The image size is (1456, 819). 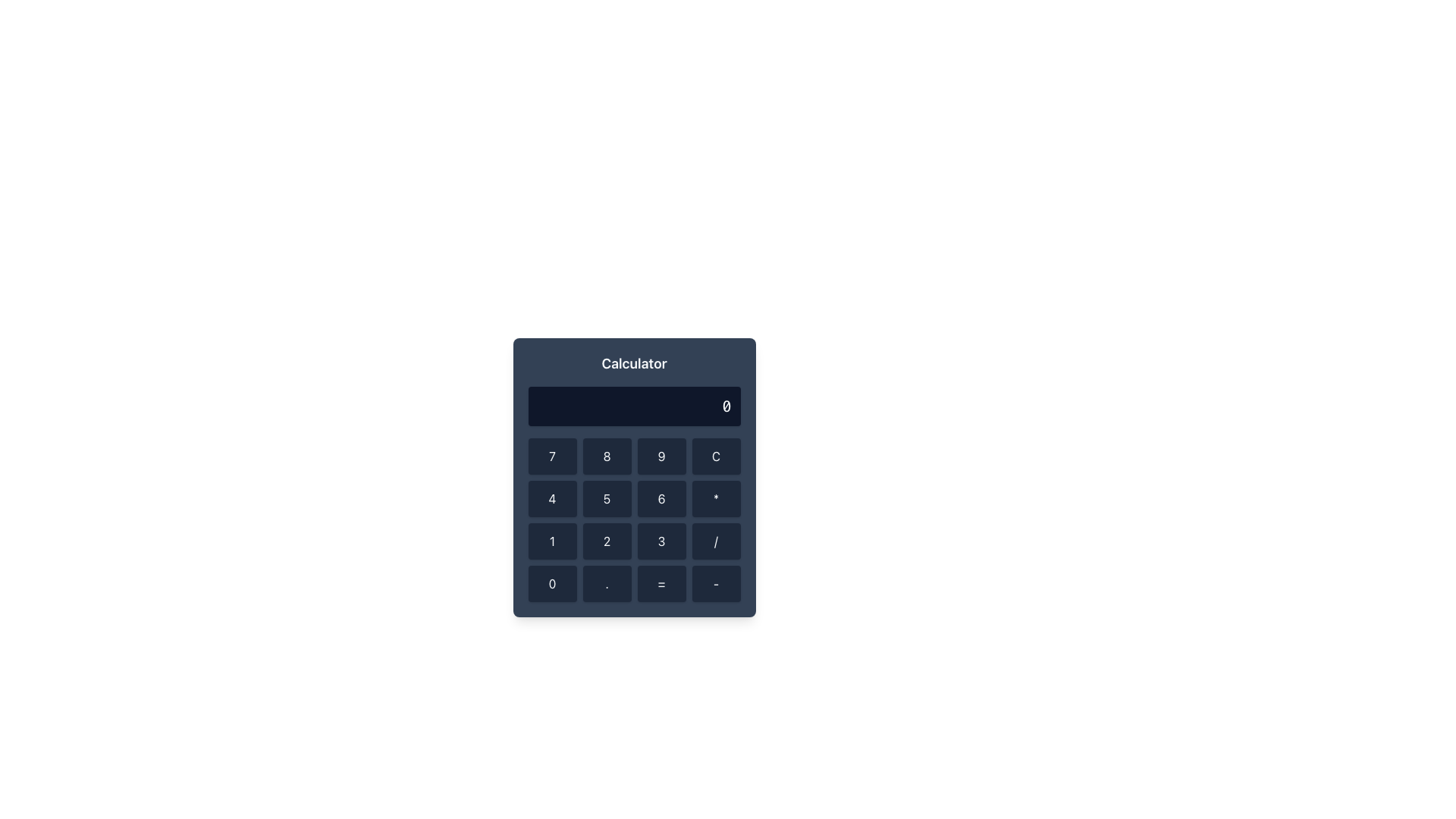 I want to click on the button displaying the number '9' with a dark slate-gray background and white text in a grid layout, so click(x=661, y=455).